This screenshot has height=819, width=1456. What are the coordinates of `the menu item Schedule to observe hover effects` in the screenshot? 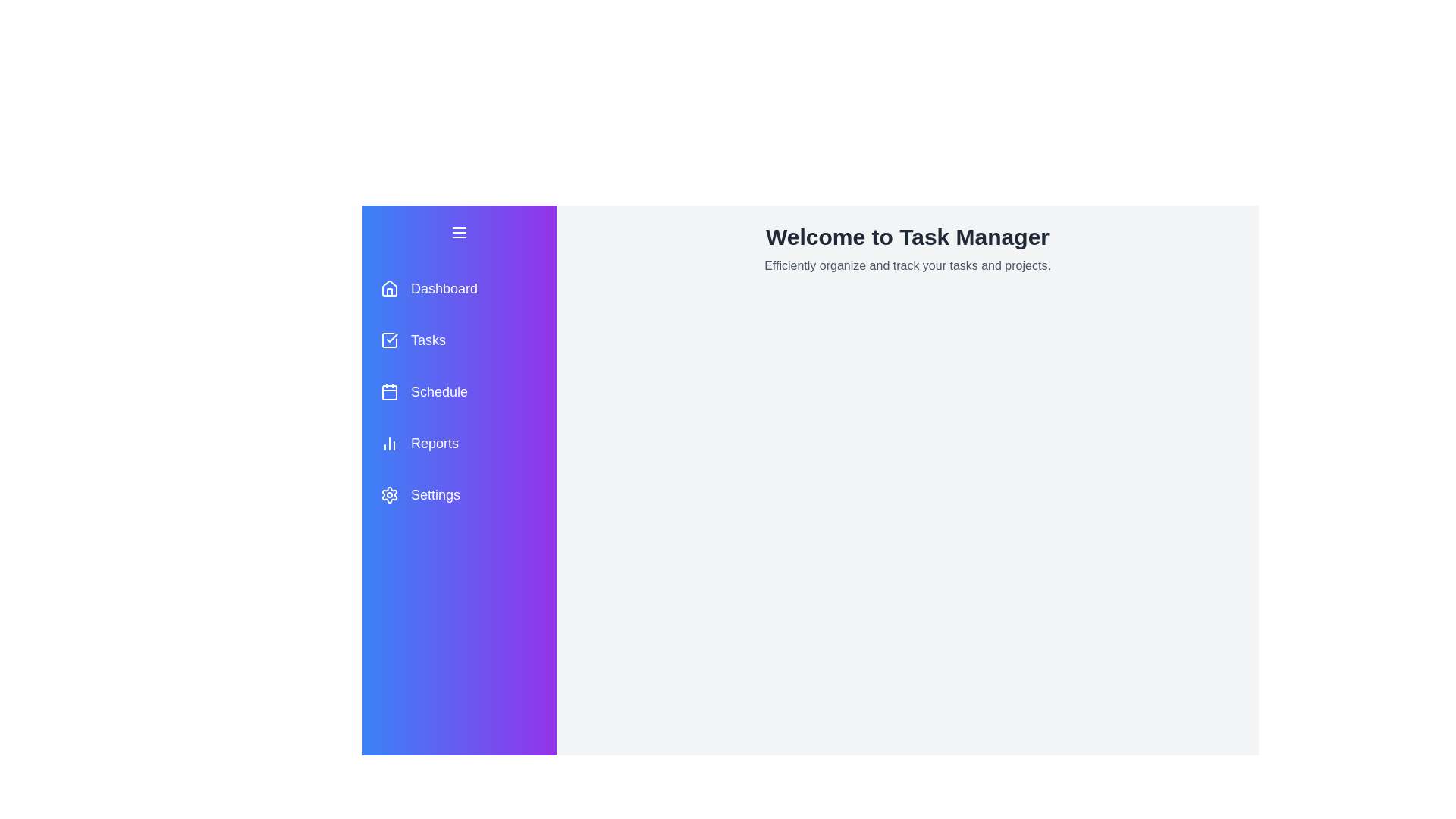 It's located at (458, 391).